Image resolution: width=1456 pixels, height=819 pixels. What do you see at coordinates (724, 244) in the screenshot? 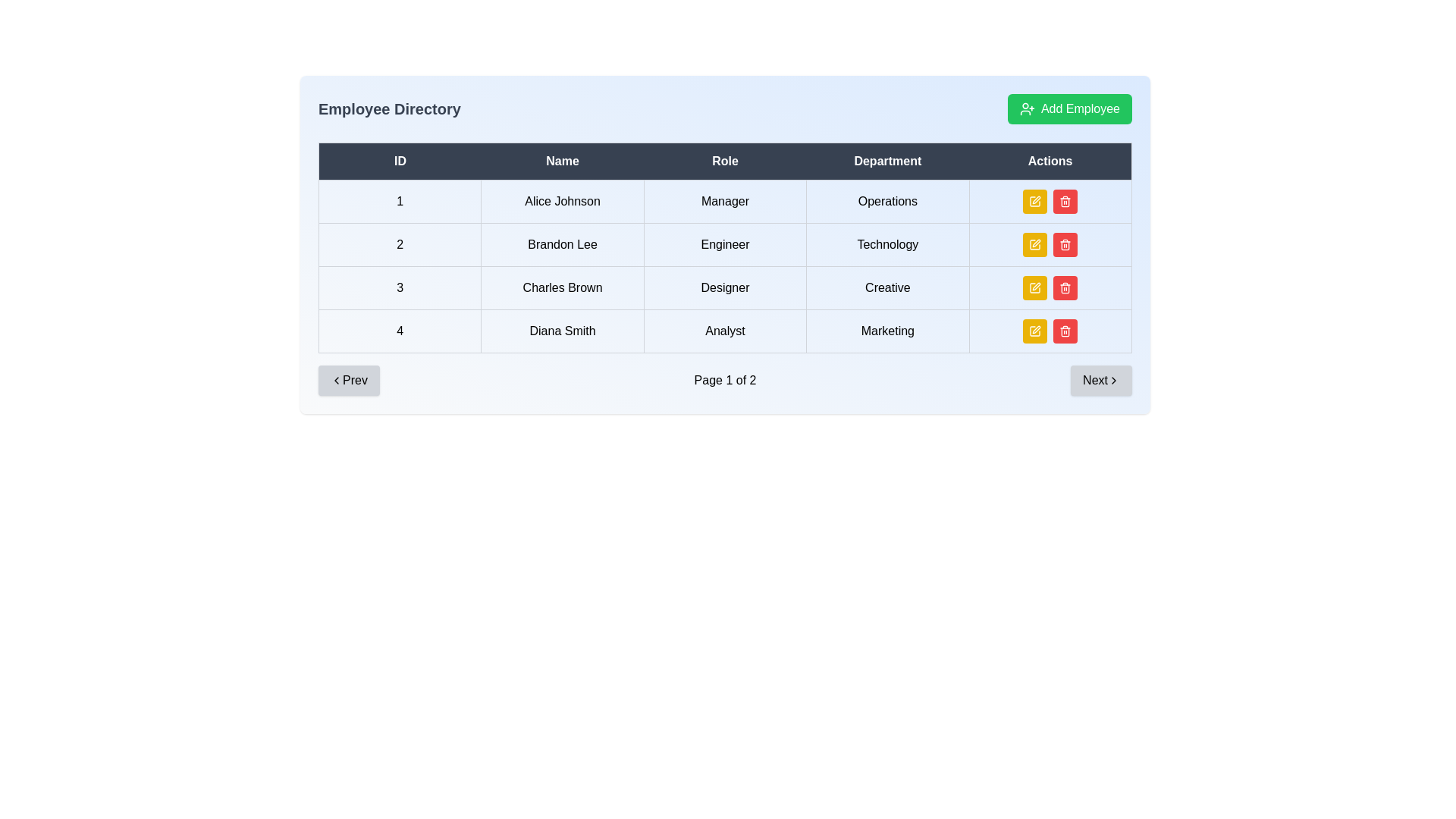
I see `the text display showing the job role 'Engineer' for the individual 'Brandon Lee' in the second row of the table under the 'Role' column` at bounding box center [724, 244].